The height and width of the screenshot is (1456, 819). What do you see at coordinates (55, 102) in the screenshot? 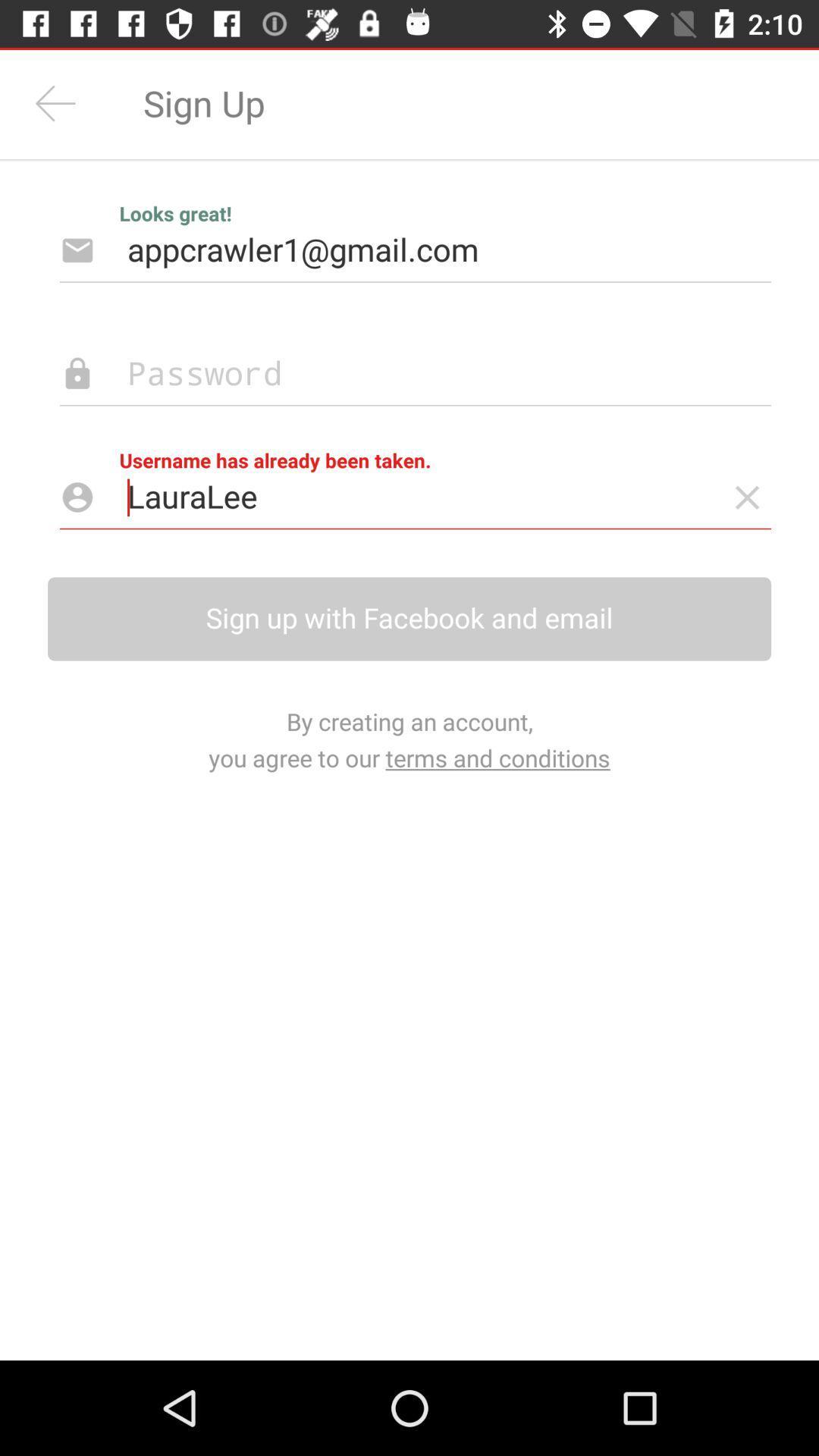
I see `previous` at bounding box center [55, 102].